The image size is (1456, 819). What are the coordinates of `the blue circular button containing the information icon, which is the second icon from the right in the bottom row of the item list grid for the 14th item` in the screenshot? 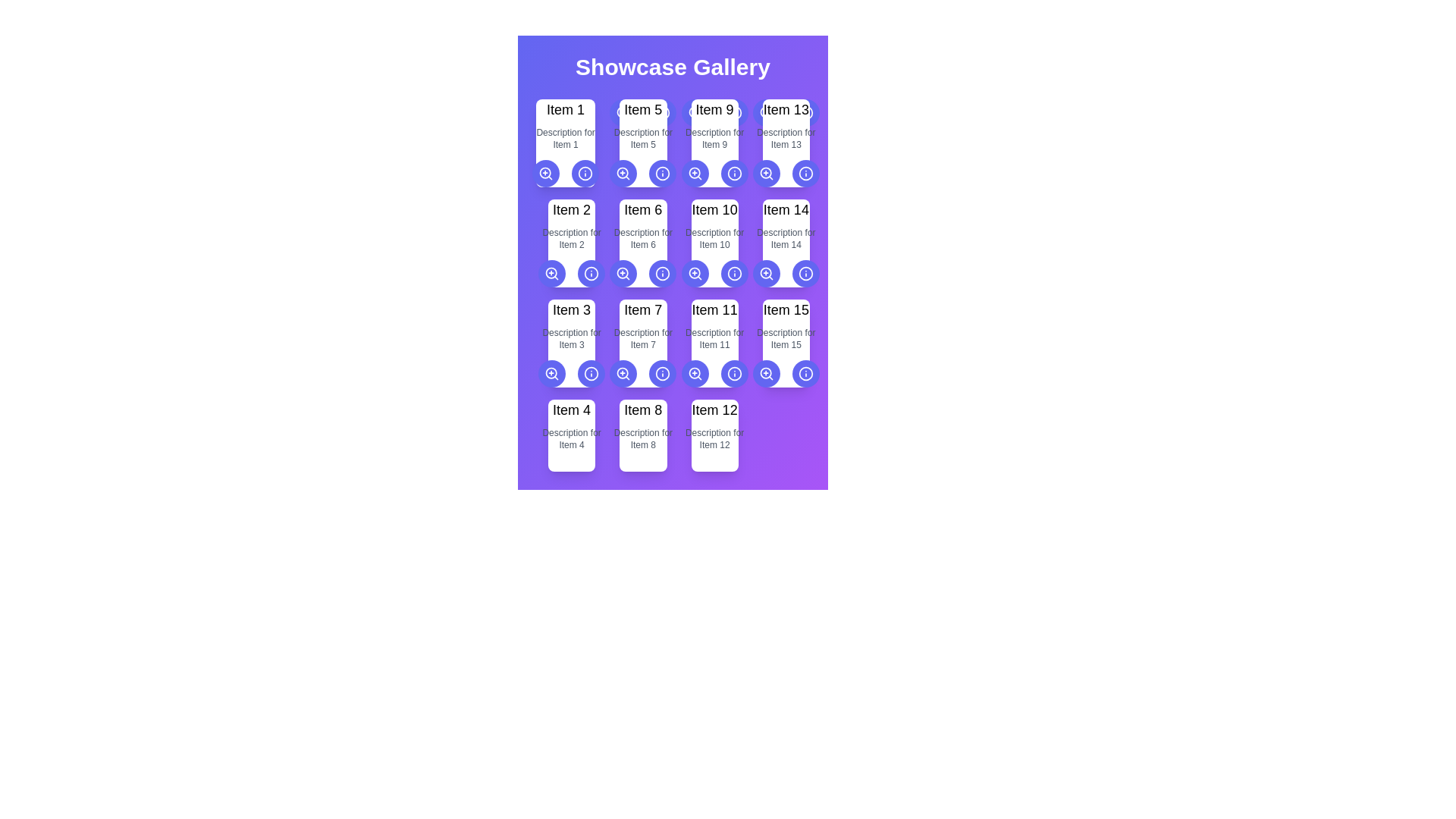 It's located at (805, 274).